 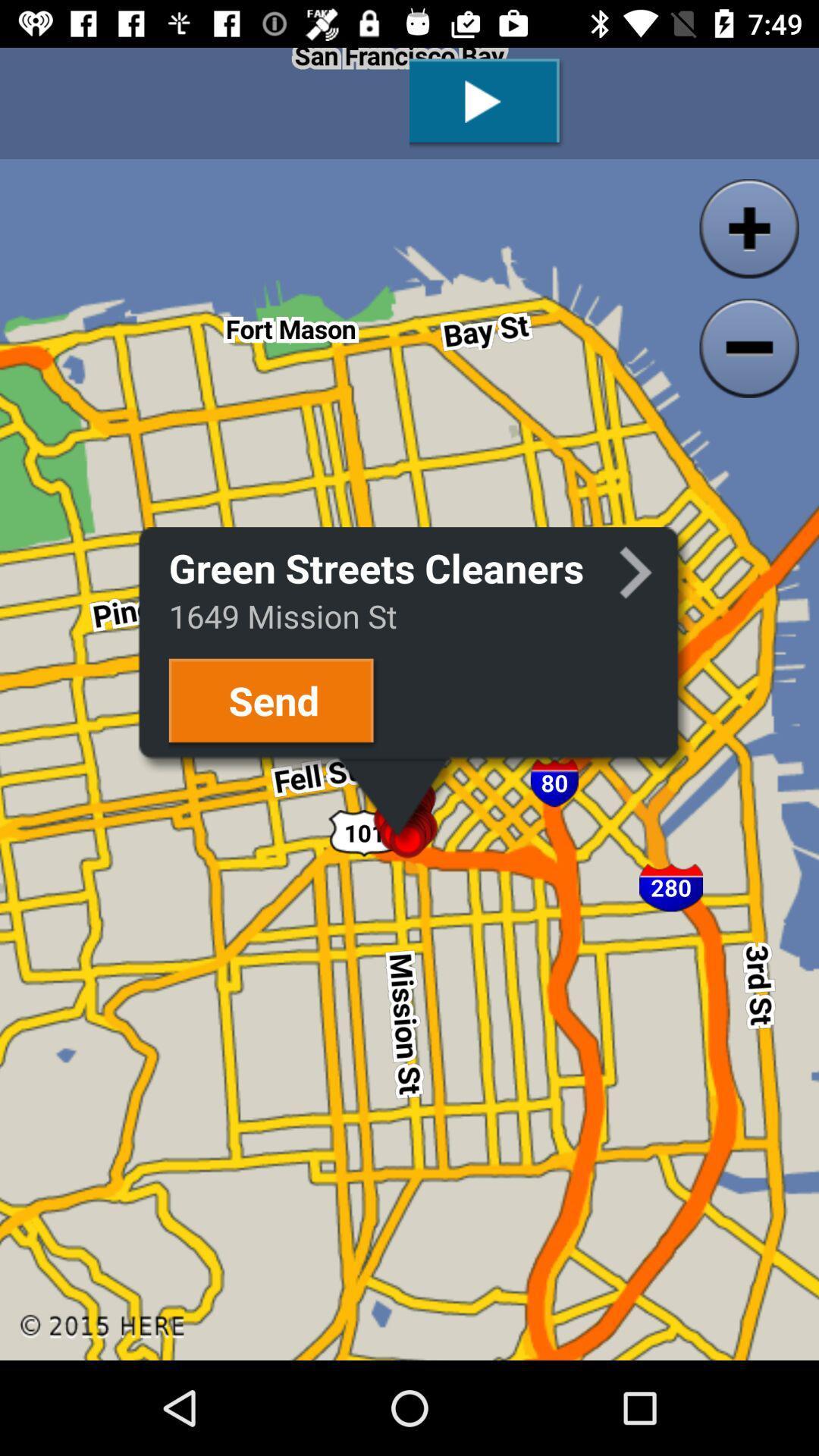 I want to click on the zoom_out icon, so click(x=748, y=347).